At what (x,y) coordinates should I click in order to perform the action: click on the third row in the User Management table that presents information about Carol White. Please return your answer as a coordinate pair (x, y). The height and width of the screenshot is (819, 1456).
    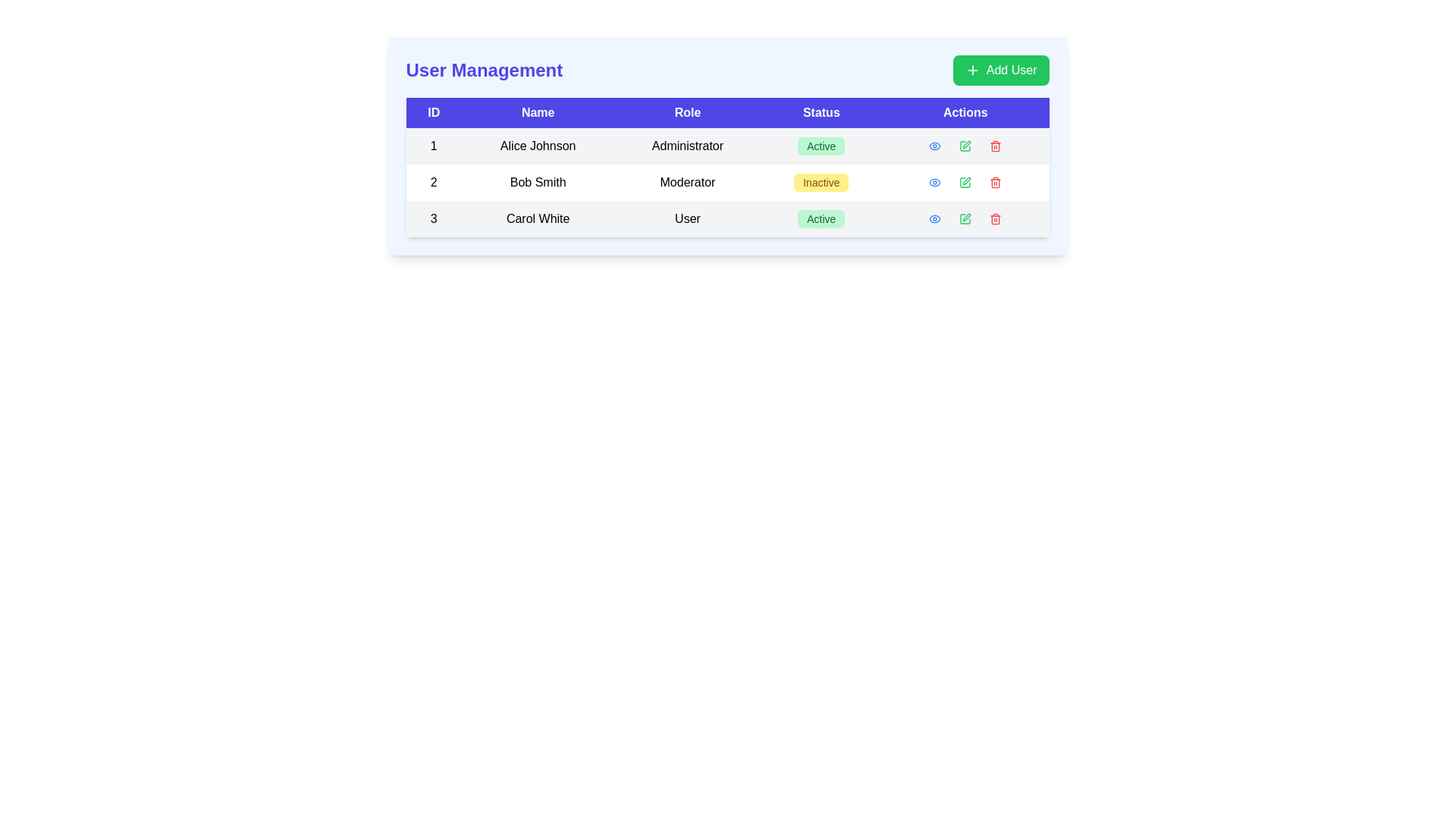
    Looking at the image, I should click on (726, 219).